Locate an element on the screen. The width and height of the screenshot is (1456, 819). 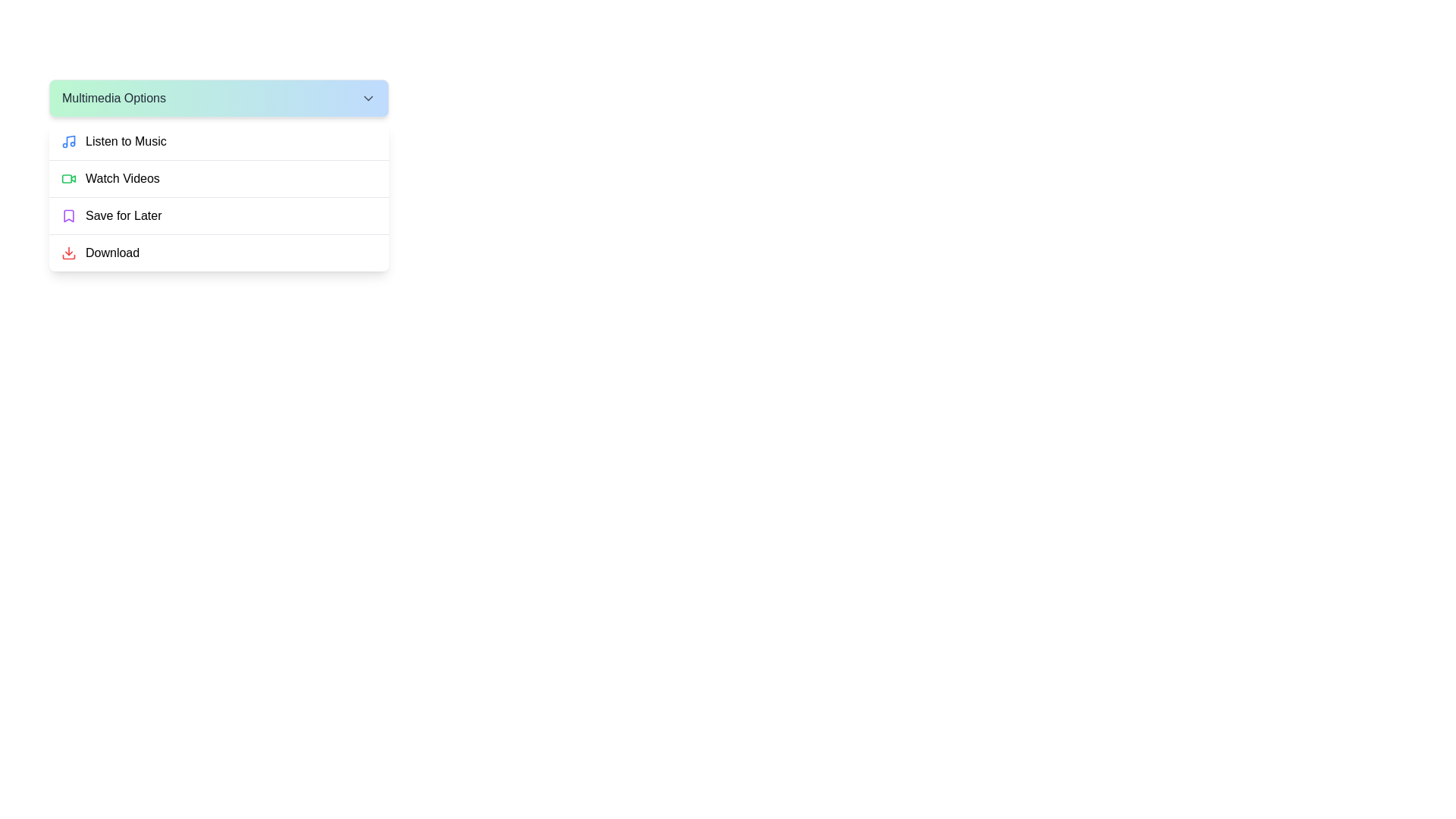
the purple bookmark icon located in the dropdown menu under 'Save for Later' to interact with its associated functionality is located at coordinates (68, 216).